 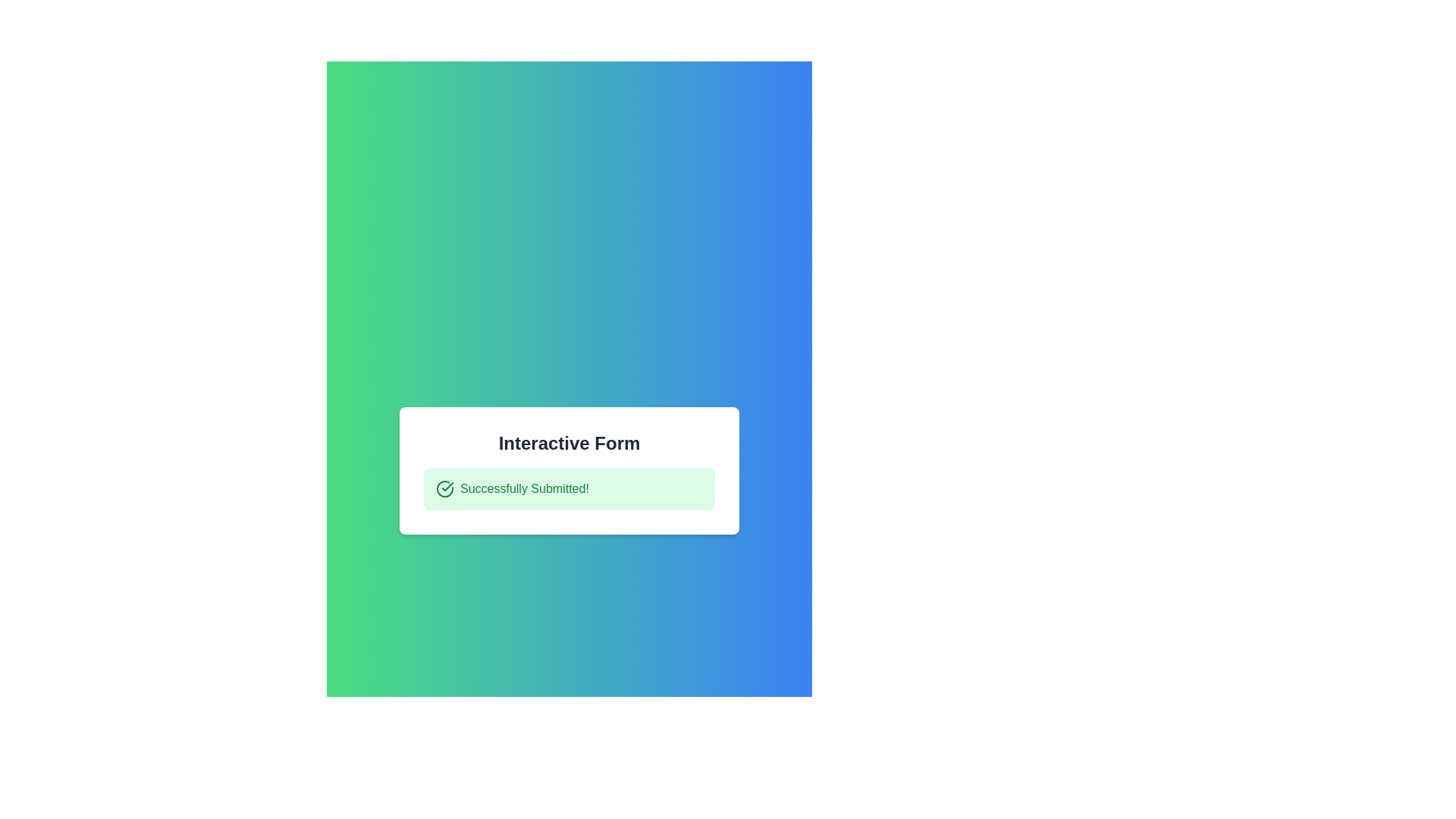 What do you see at coordinates (447, 486) in the screenshot?
I see `the green checkmark graphic located near the upper-left corner of the 'Interactive Form' labeled 'Successfully Submitted!'` at bounding box center [447, 486].